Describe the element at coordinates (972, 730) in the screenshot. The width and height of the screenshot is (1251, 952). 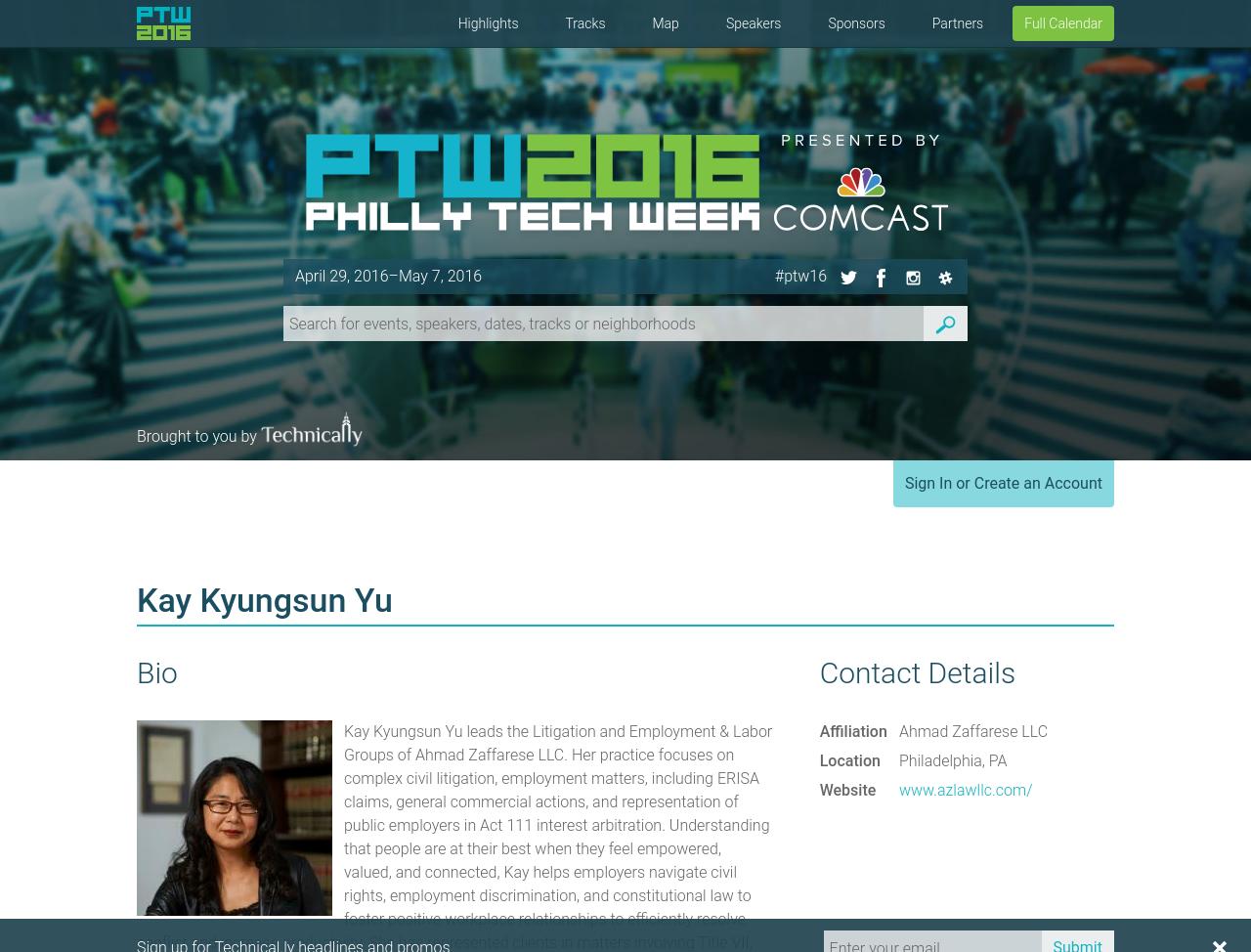
I see `'Ahmad Zaffarese LLC'` at that location.